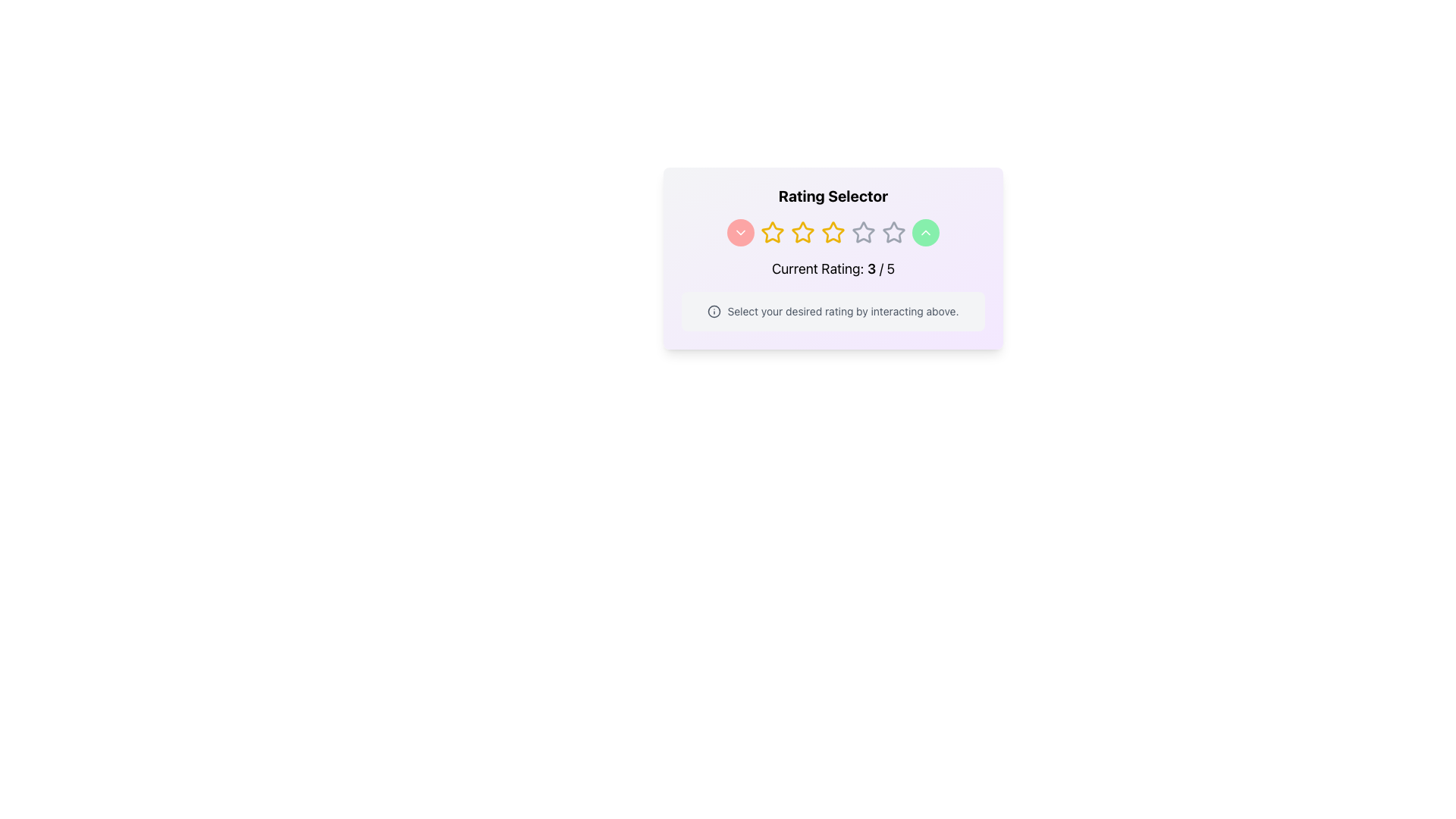 This screenshot has height=819, width=1456. I want to click on the third star icon in the star-based rating system, so click(802, 232).